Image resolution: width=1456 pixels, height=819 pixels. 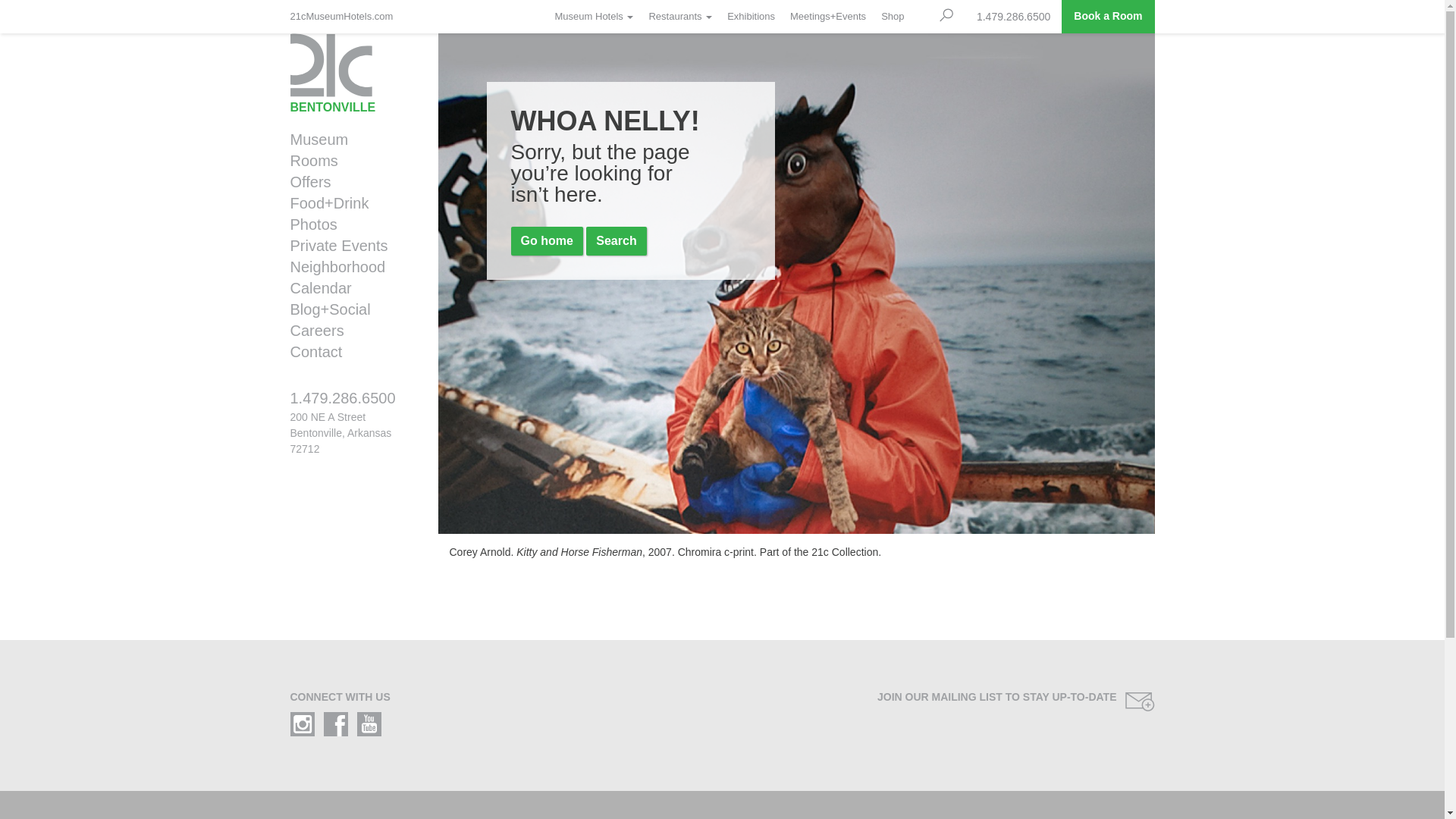 What do you see at coordinates (347, 140) in the screenshot?
I see `'Museum'` at bounding box center [347, 140].